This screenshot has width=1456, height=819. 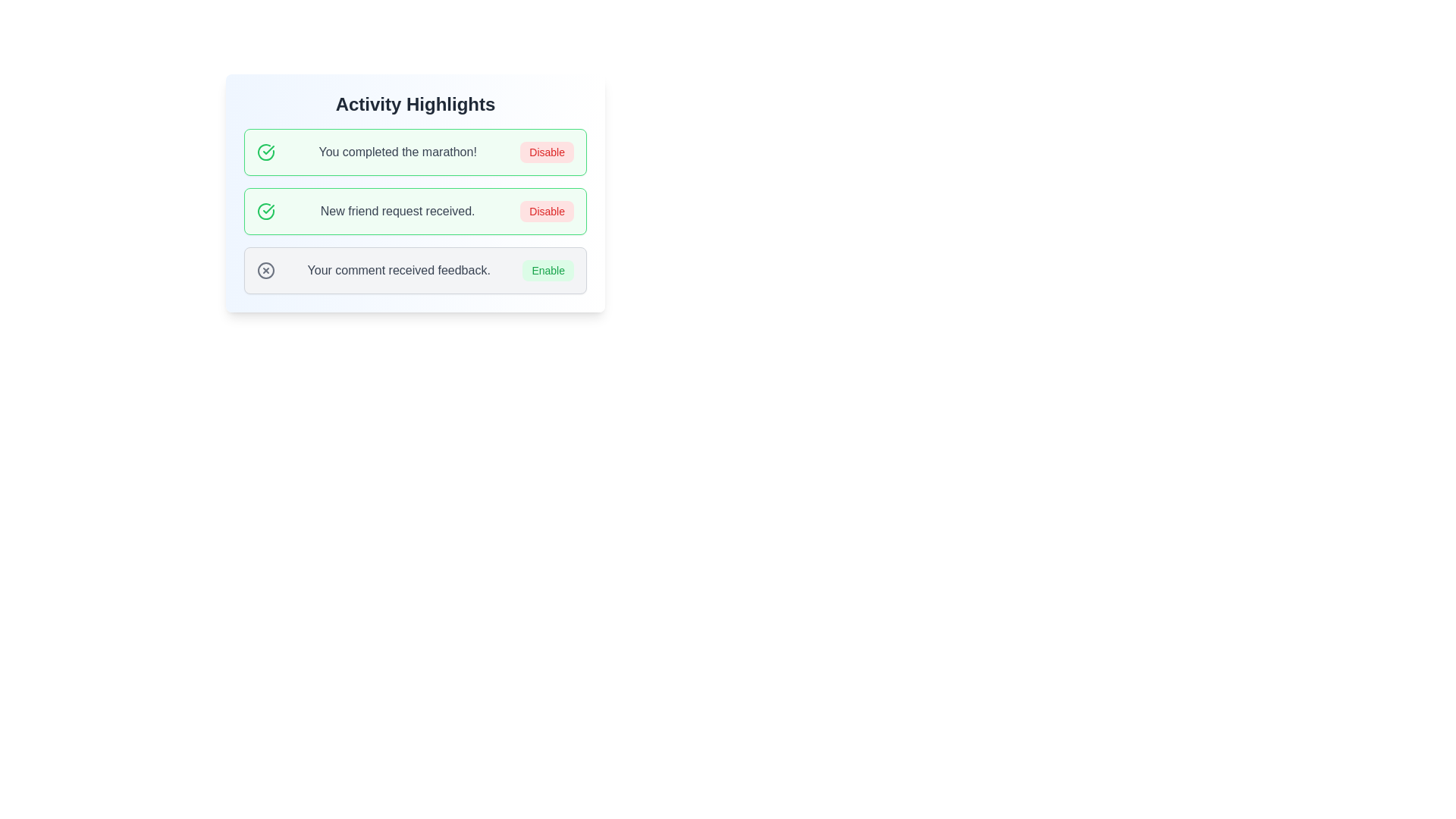 What do you see at coordinates (265, 211) in the screenshot?
I see `the friend request confirmation icon located in the second row of the notification list, immediately left of the text 'New friend request received.'` at bounding box center [265, 211].